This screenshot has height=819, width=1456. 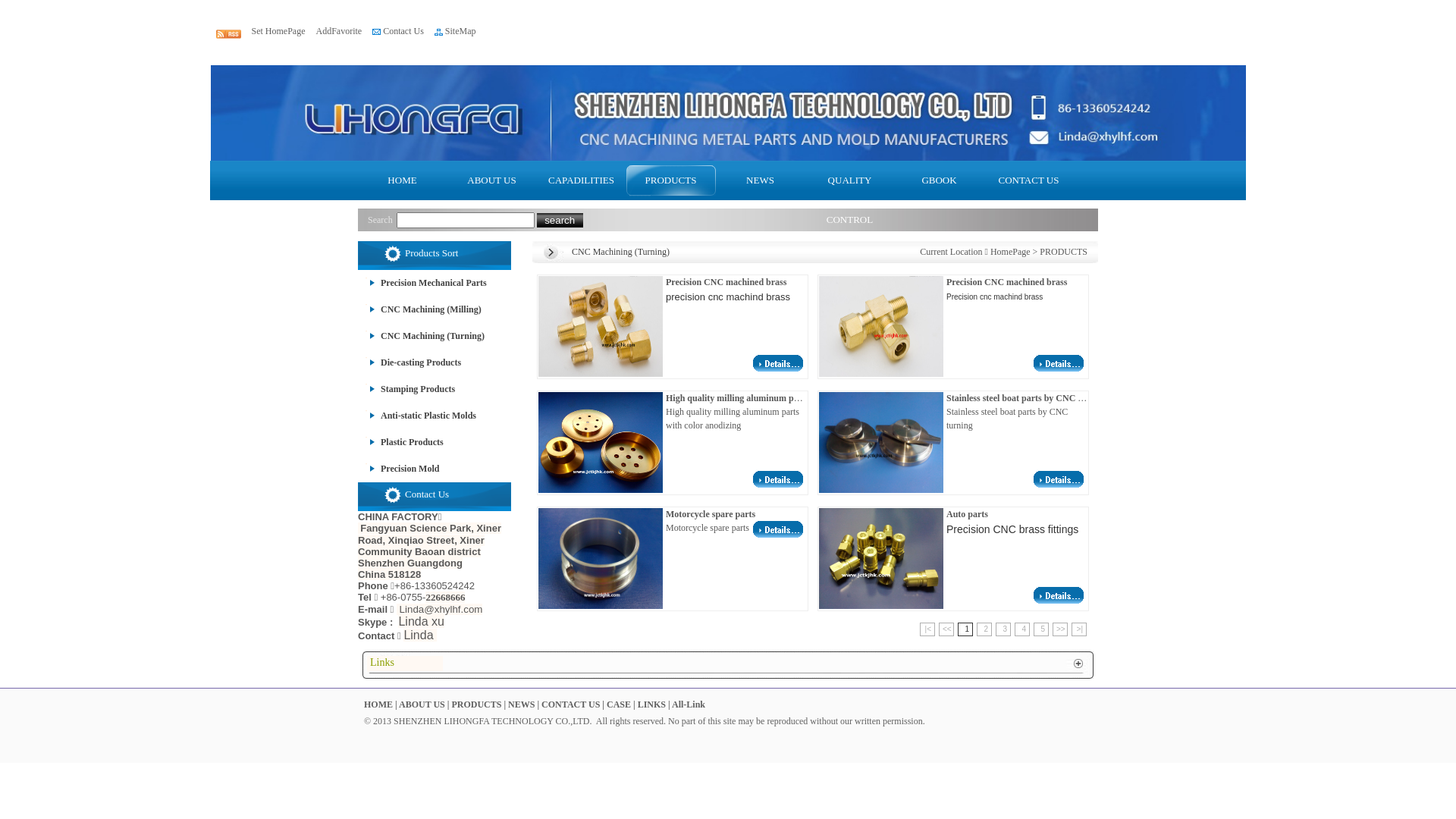 What do you see at coordinates (278, 31) in the screenshot?
I see `'Set HomePage'` at bounding box center [278, 31].